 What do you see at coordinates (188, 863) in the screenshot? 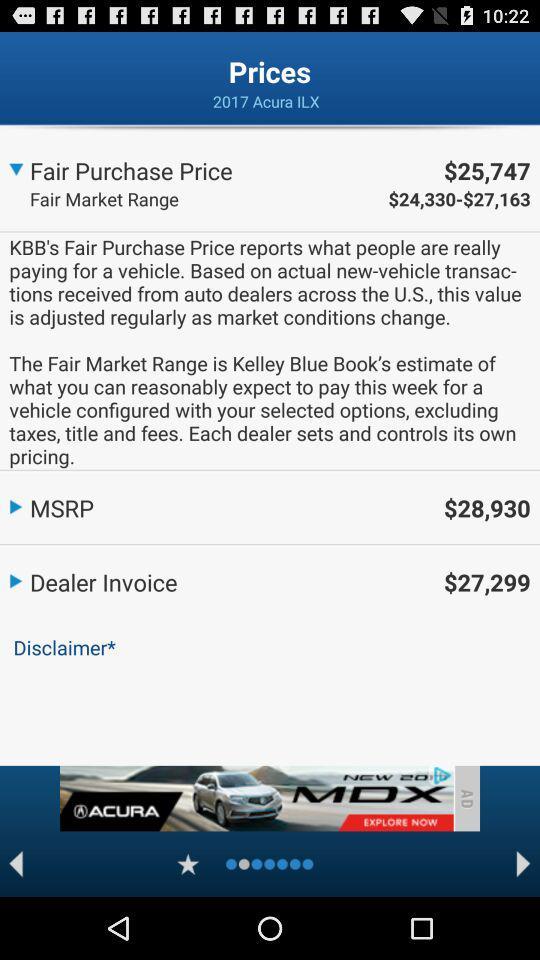
I see `favorite` at bounding box center [188, 863].